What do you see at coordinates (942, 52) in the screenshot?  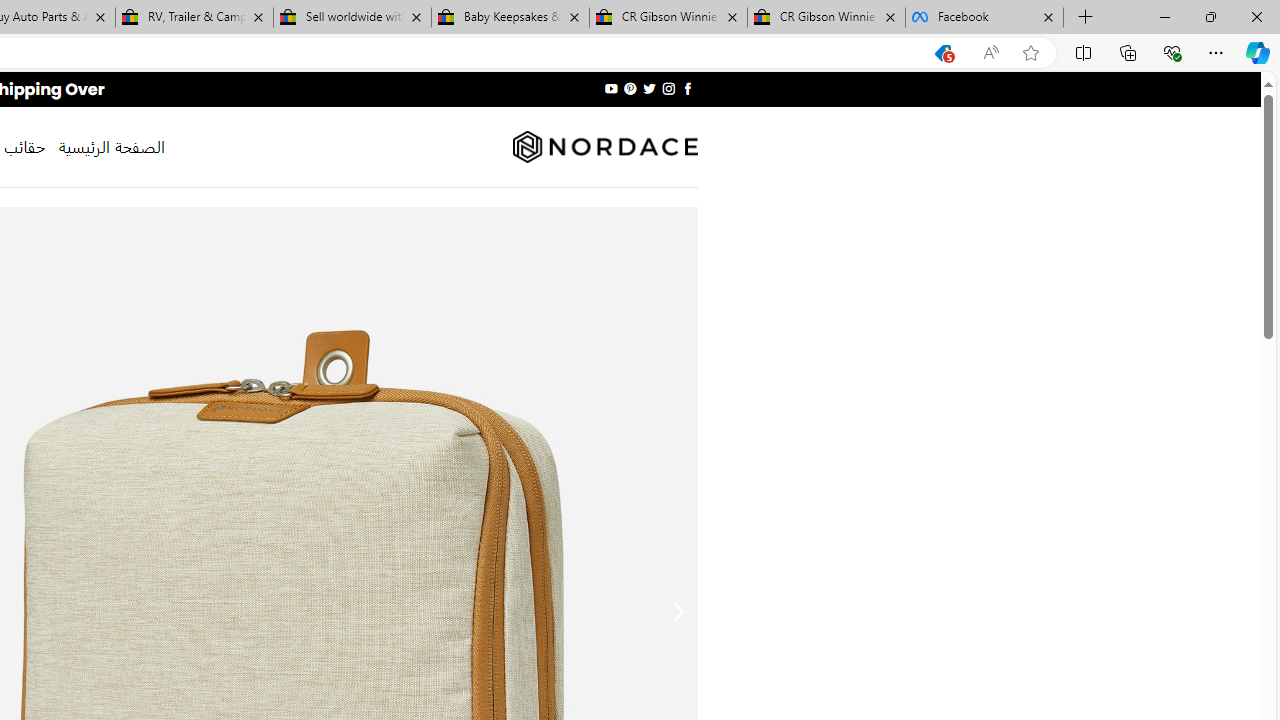 I see `'You have the best price!'` at bounding box center [942, 52].